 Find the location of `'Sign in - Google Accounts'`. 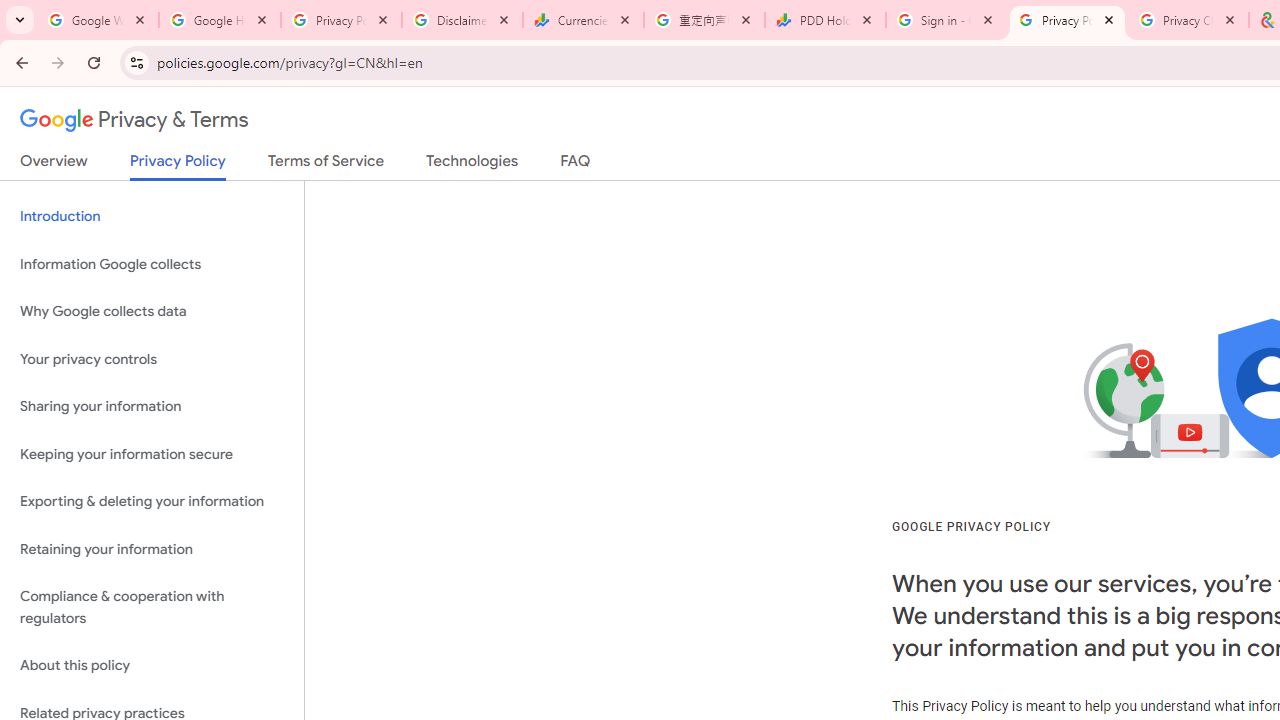

'Sign in - Google Accounts' is located at coordinates (945, 20).